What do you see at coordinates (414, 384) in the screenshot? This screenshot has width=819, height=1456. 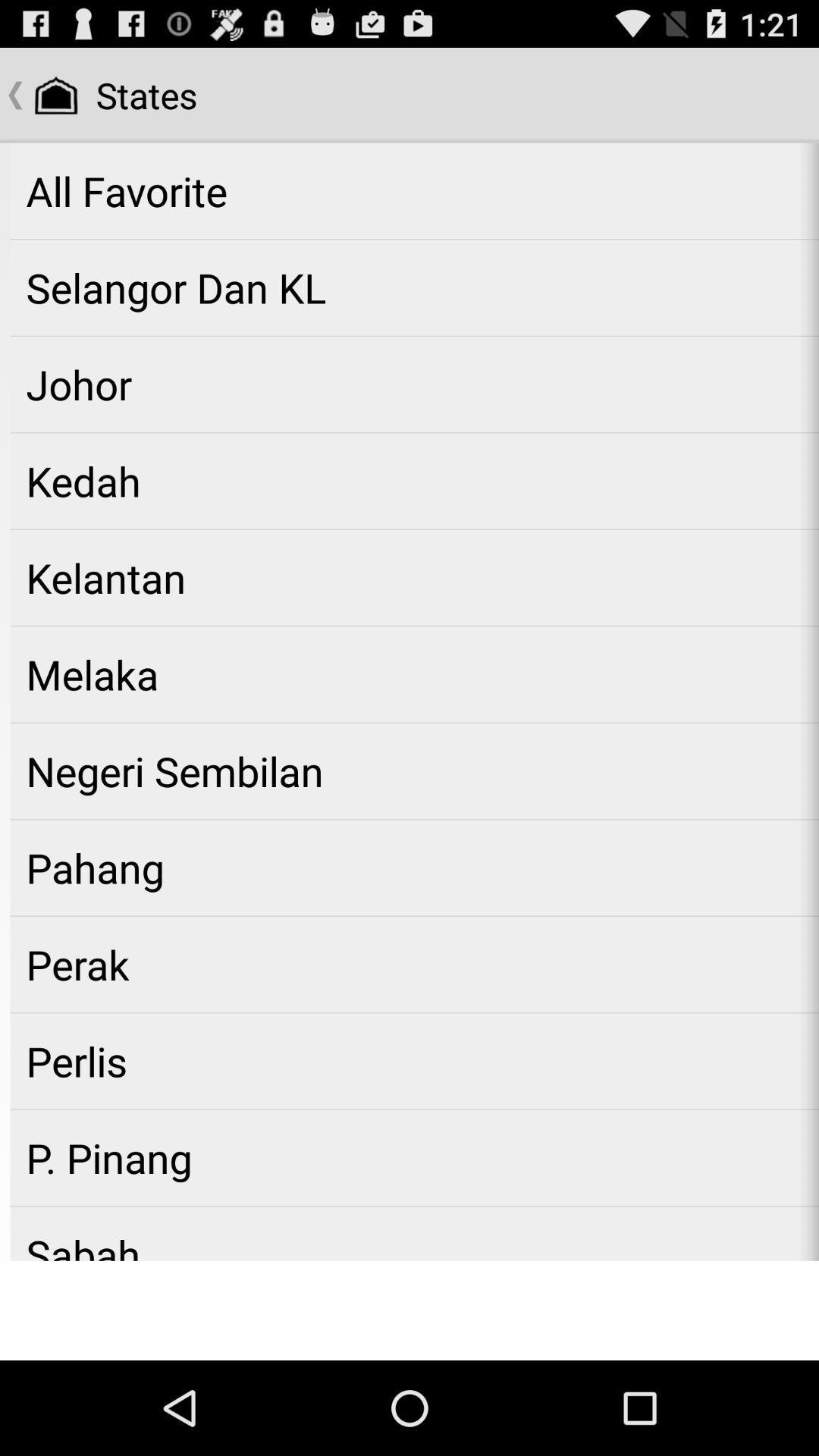 I see `app below selangor dan kl icon` at bounding box center [414, 384].